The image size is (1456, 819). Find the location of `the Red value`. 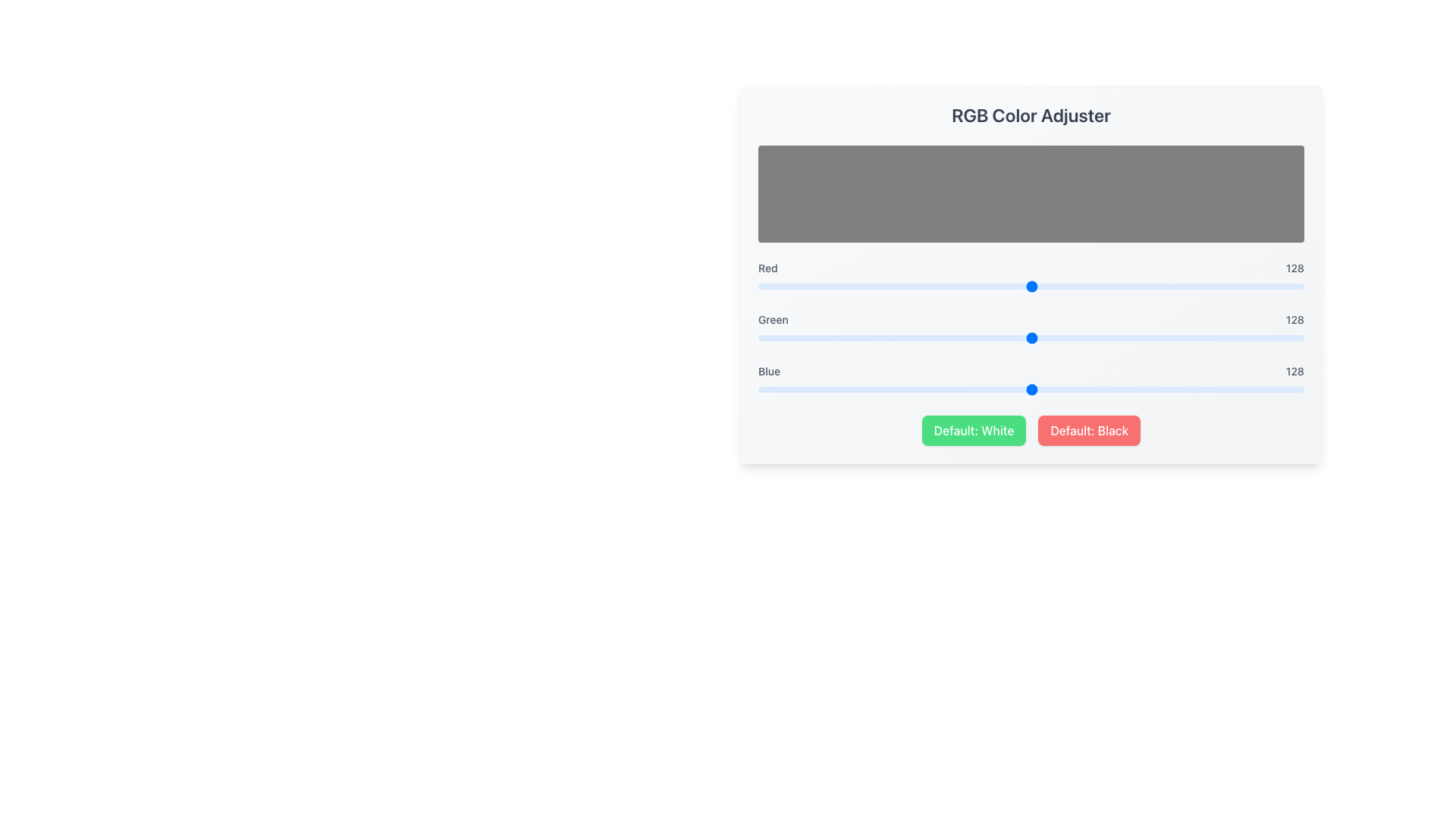

the Red value is located at coordinates (1081, 287).